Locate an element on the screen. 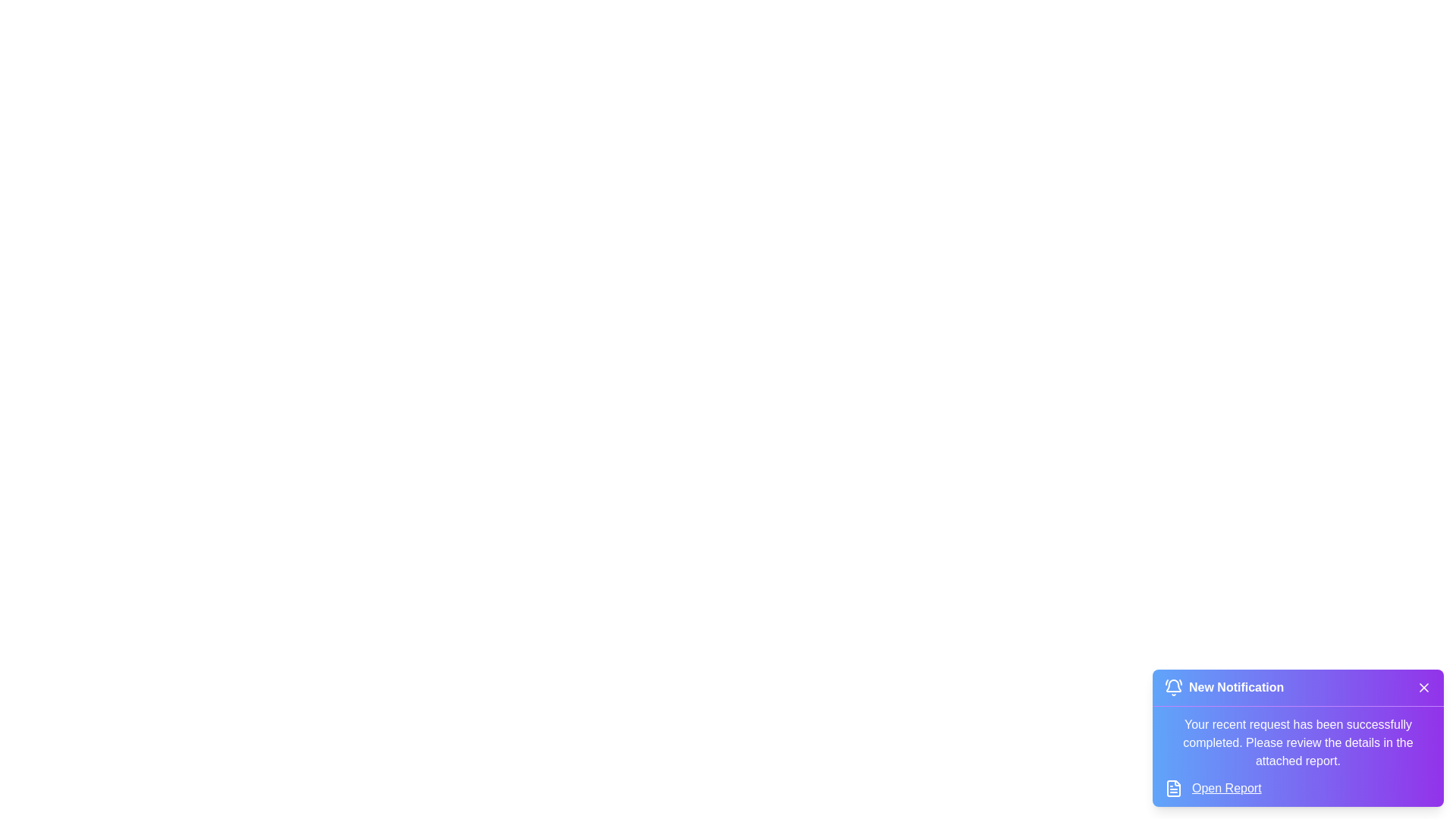  the diagonal line element of the 'X' symbol used for closing the notification popup in the top-right corner of the card is located at coordinates (1423, 687).